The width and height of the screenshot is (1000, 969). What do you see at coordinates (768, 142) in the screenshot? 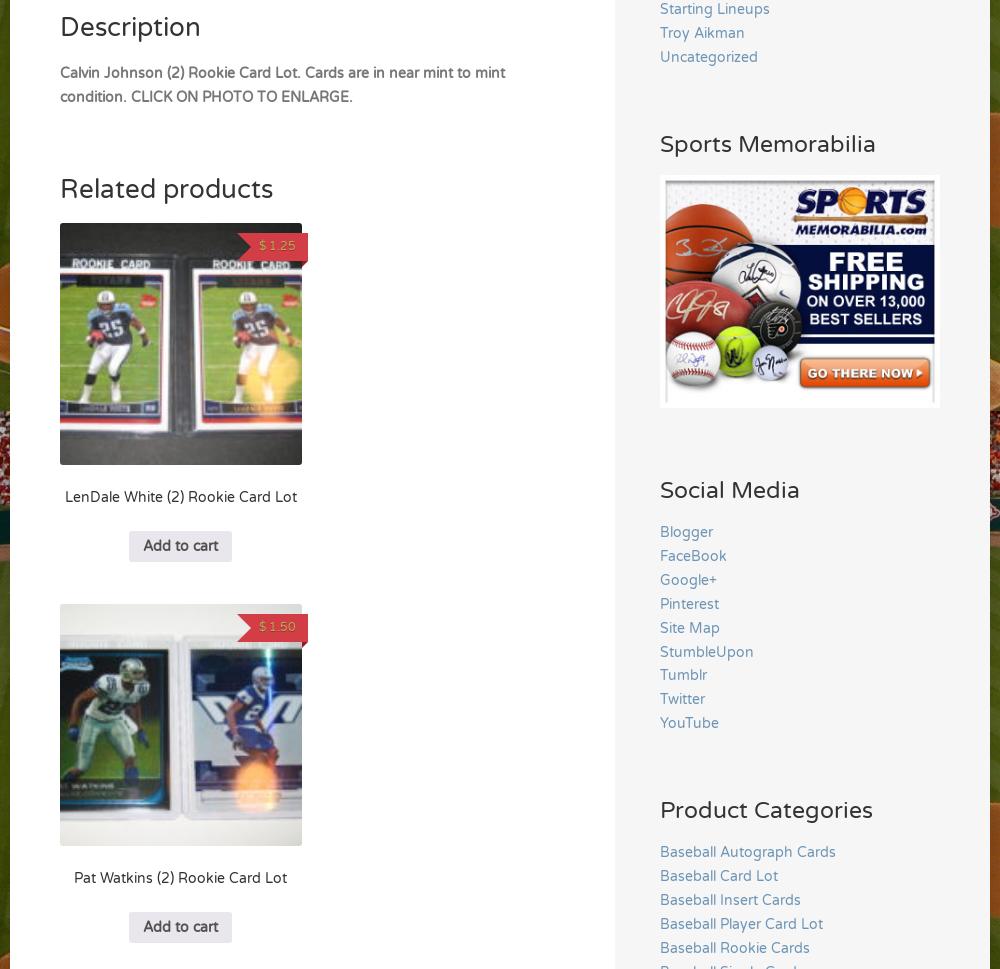
I see `'Sports Memorabilia'` at bounding box center [768, 142].